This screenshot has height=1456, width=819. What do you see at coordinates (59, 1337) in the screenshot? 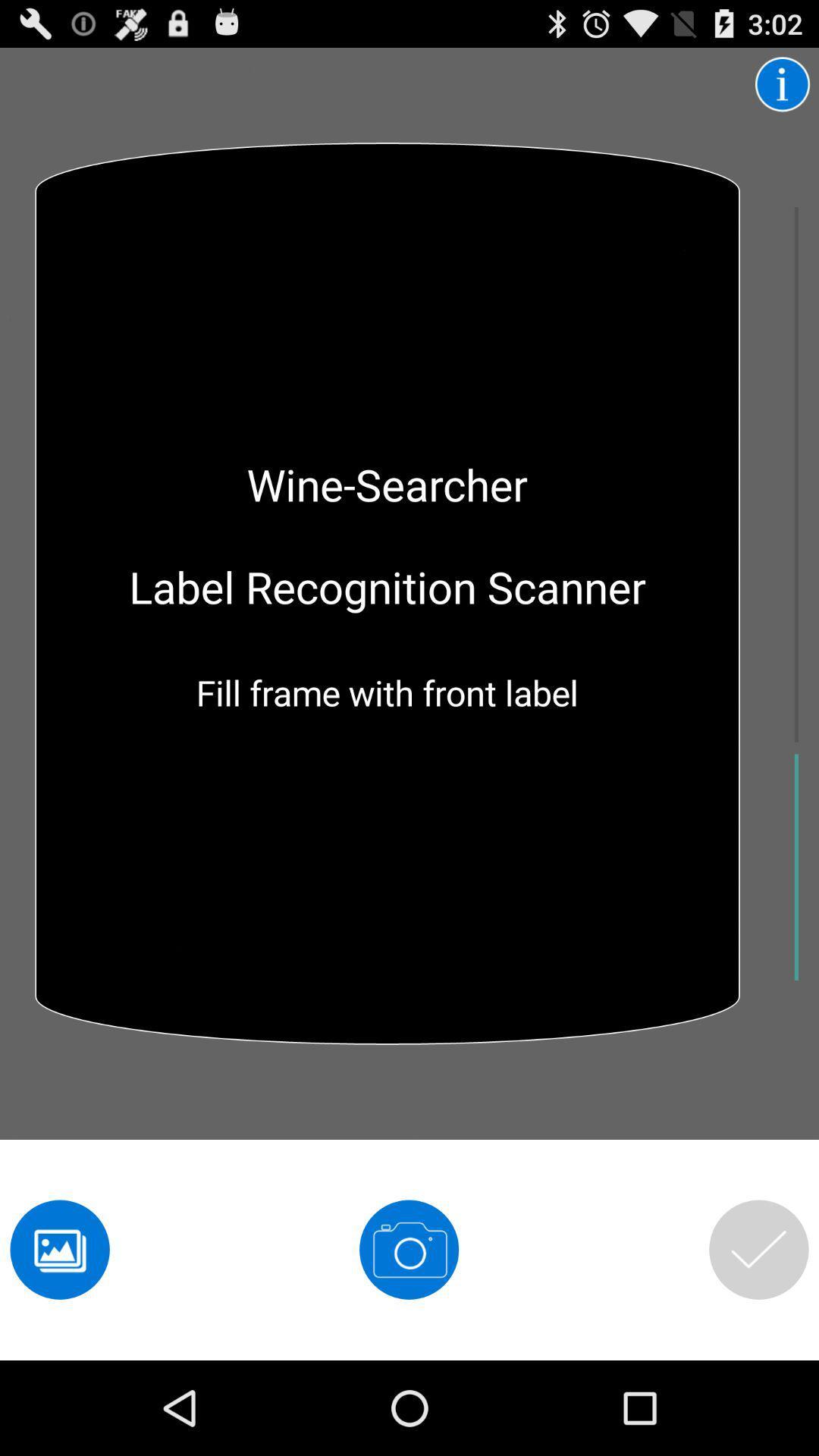
I see `the wallpaper icon` at bounding box center [59, 1337].